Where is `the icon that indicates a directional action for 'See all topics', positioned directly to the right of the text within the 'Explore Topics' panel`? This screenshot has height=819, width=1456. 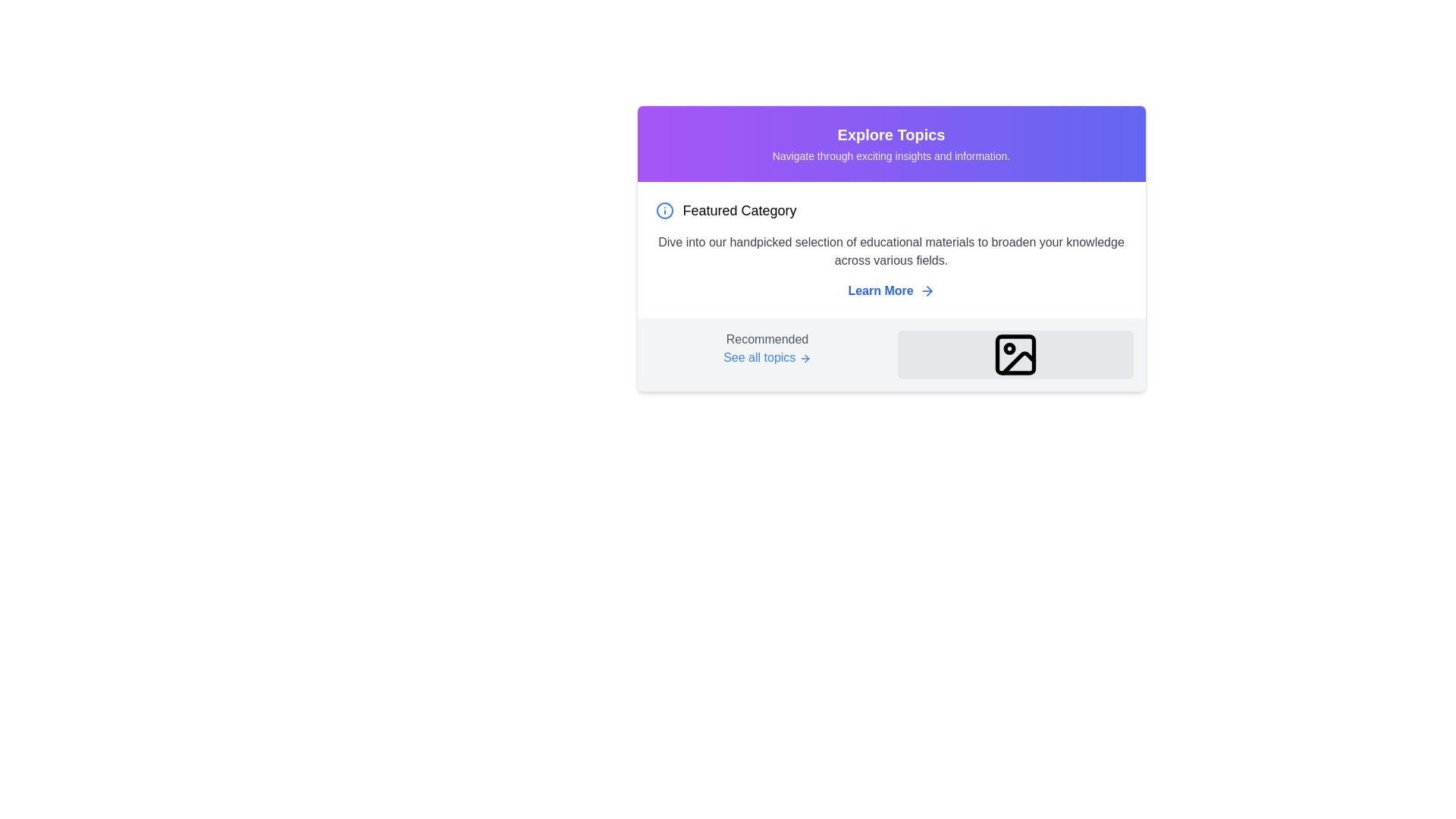 the icon that indicates a directional action for 'See all topics', positioned directly to the right of the text within the 'Explore Topics' panel is located at coordinates (804, 358).